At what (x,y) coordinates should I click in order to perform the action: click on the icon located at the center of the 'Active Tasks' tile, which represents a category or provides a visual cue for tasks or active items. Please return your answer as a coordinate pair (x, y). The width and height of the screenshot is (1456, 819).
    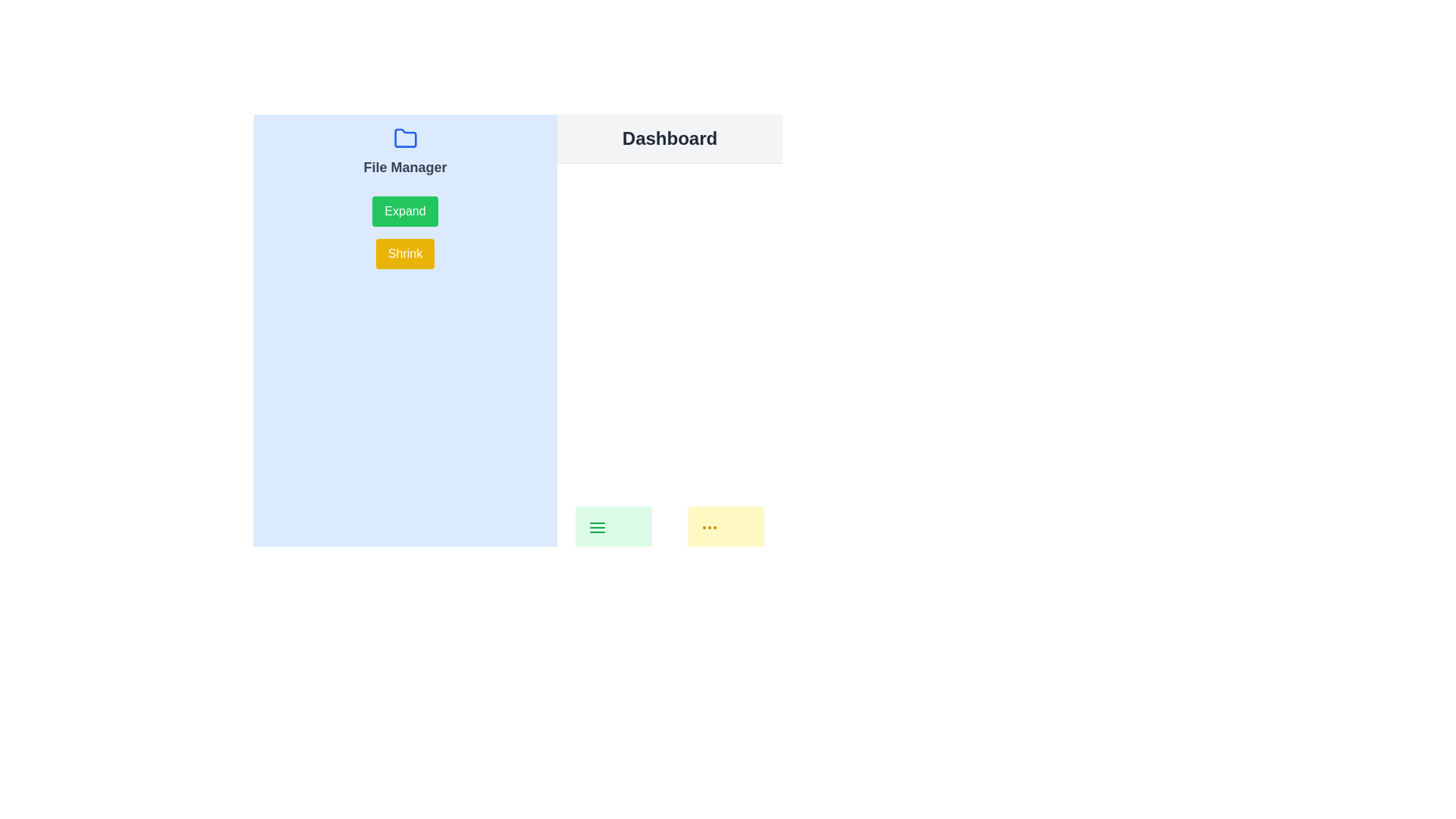
    Looking at the image, I should click on (596, 526).